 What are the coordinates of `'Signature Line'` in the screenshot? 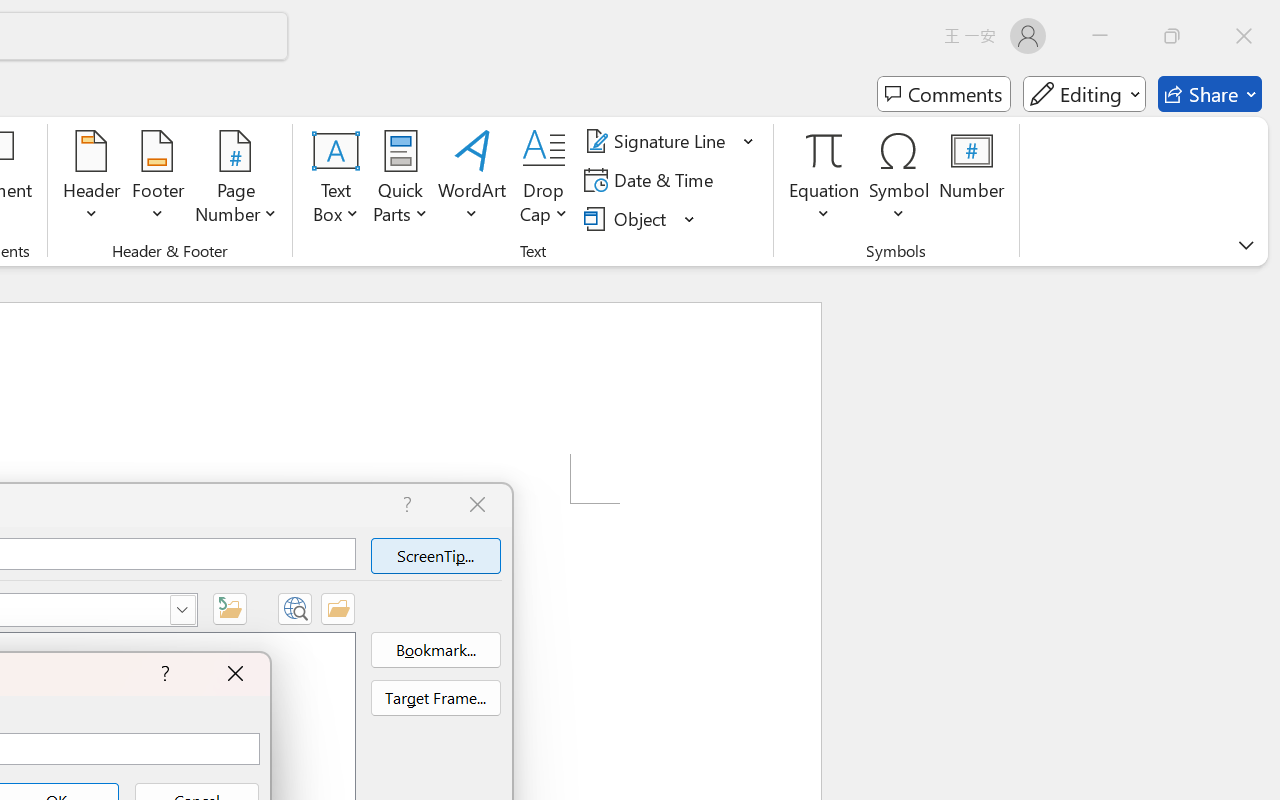 It's located at (670, 141).